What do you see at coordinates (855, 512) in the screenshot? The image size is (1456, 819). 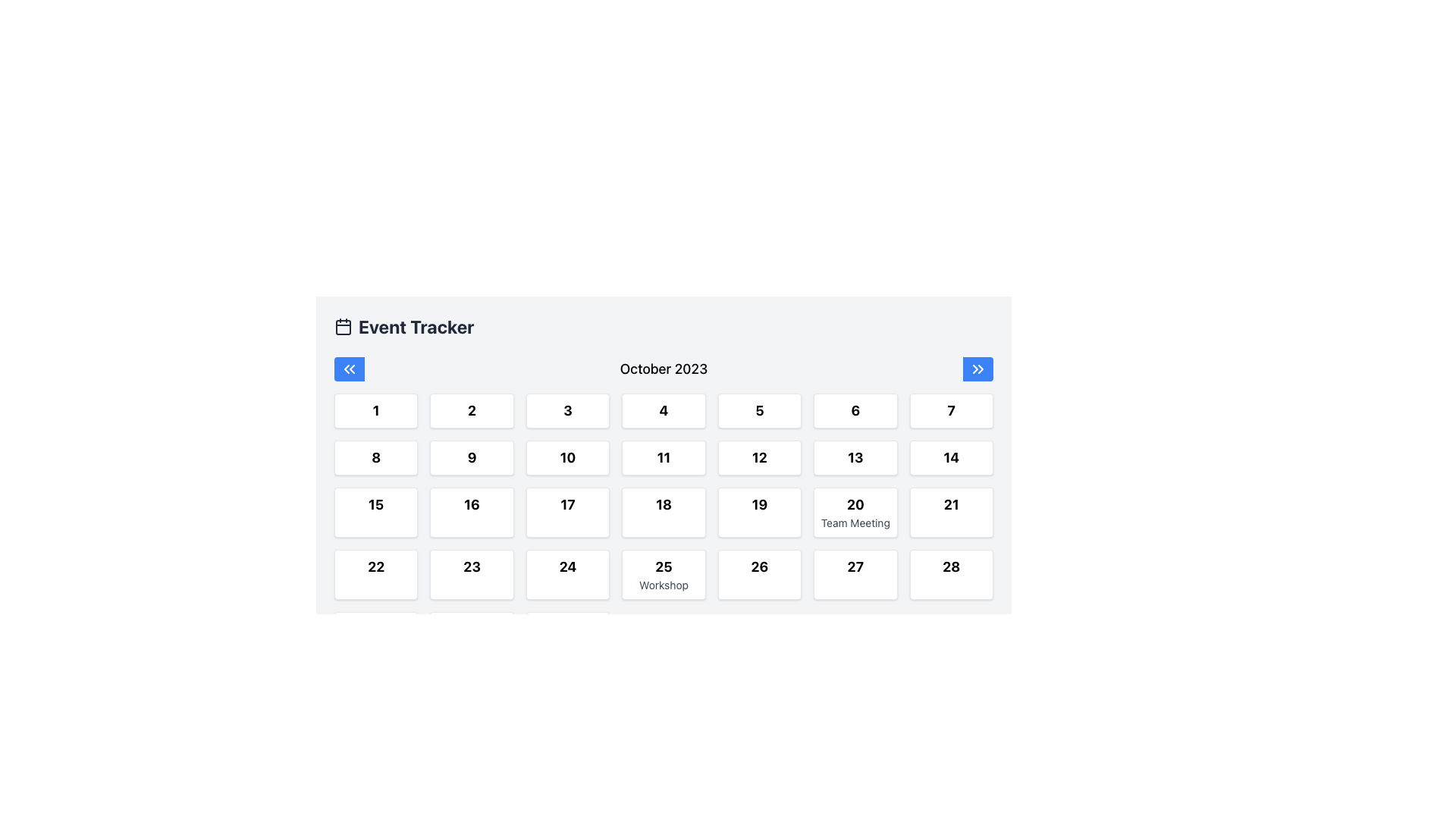 I see `the Date Cell in the third row and sixth column of the calendar grid to interact with potential event details` at bounding box center [855, 512].